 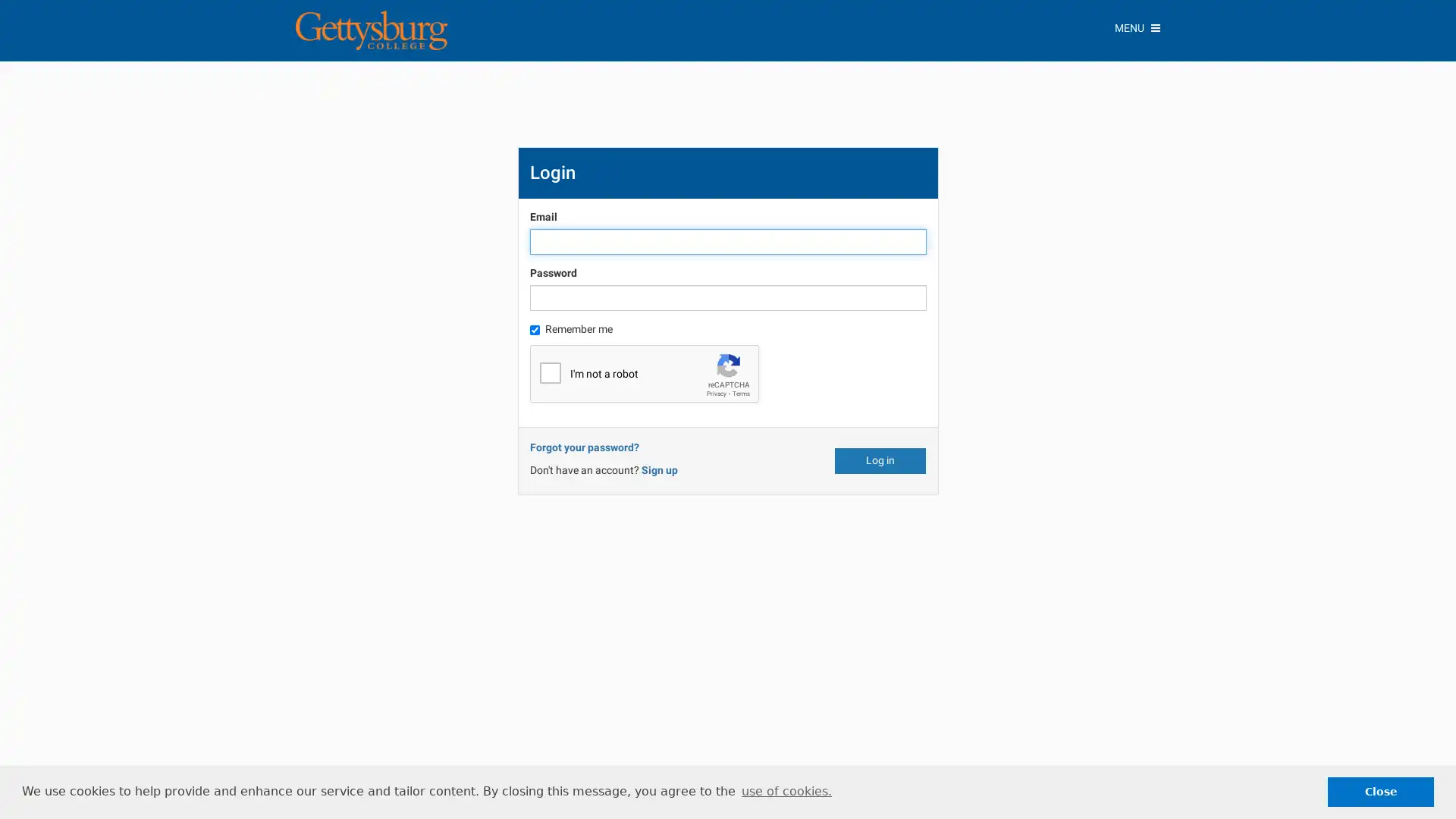 I want to click on dismiss cookie message, so click(x=1380, y=791).